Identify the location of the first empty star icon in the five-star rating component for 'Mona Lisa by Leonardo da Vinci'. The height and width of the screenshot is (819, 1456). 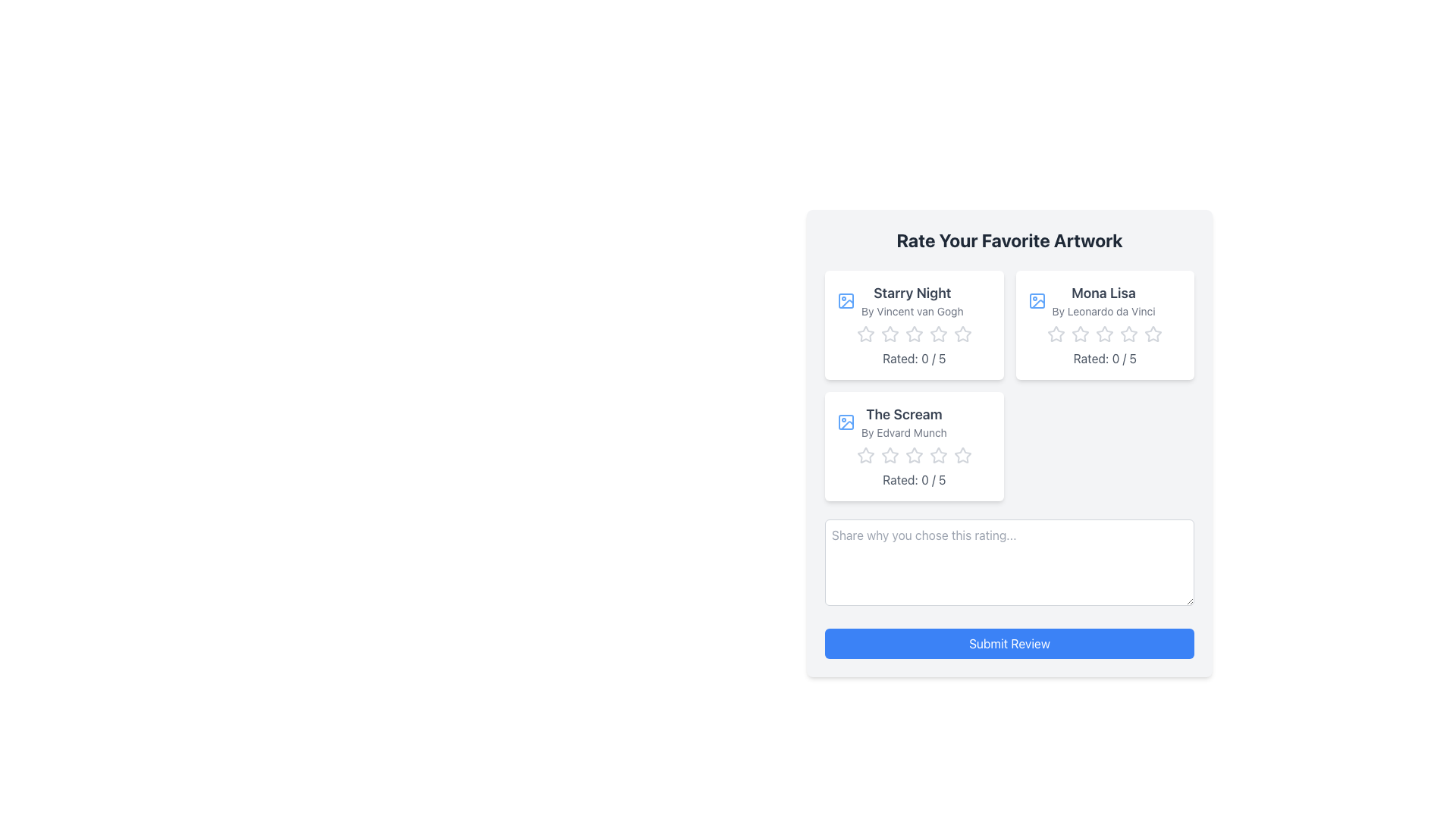
(1056, 333).